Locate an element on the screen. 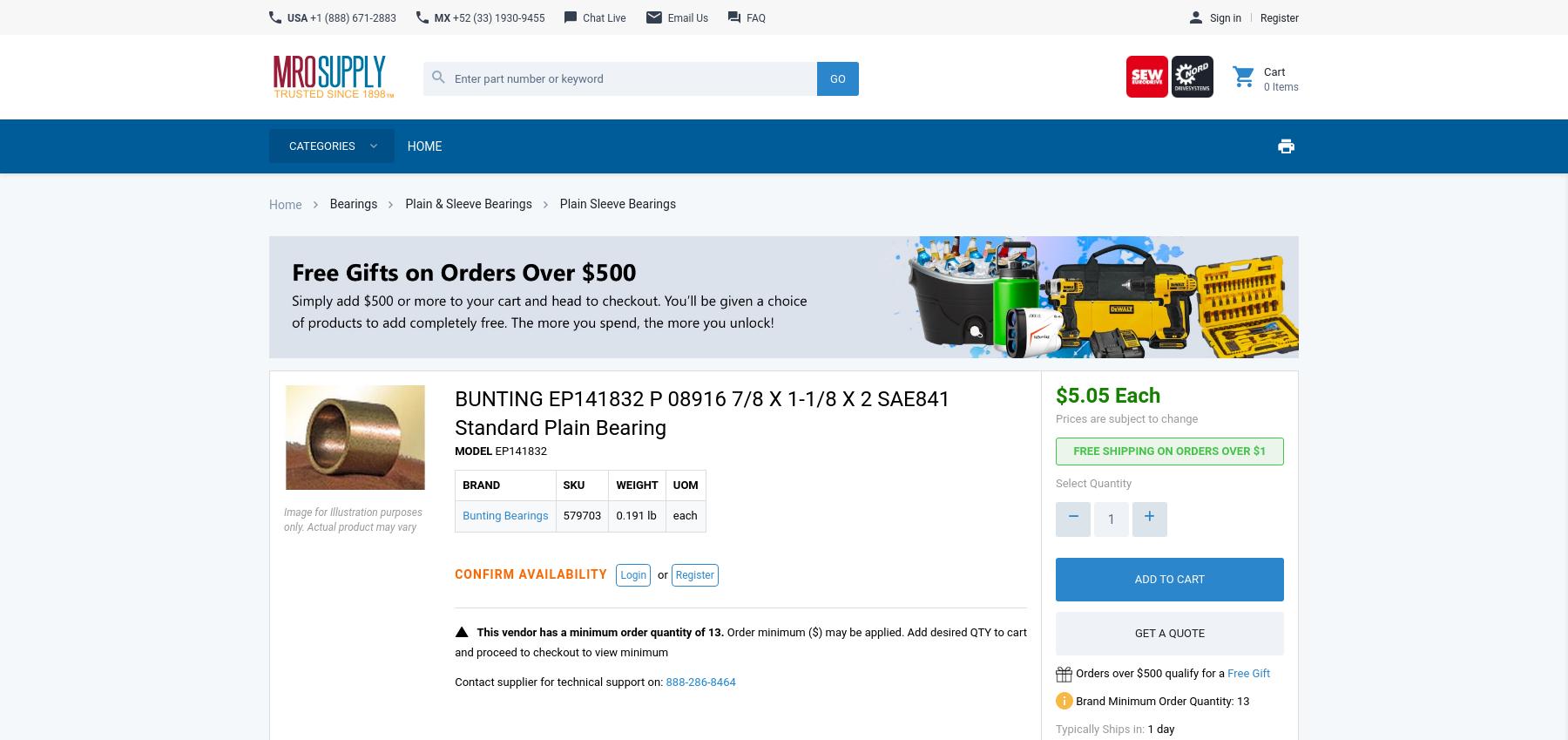 The height and width of the screenshot is (740, 1568). 'Contact Us' is located at coordinates (1151, 284).